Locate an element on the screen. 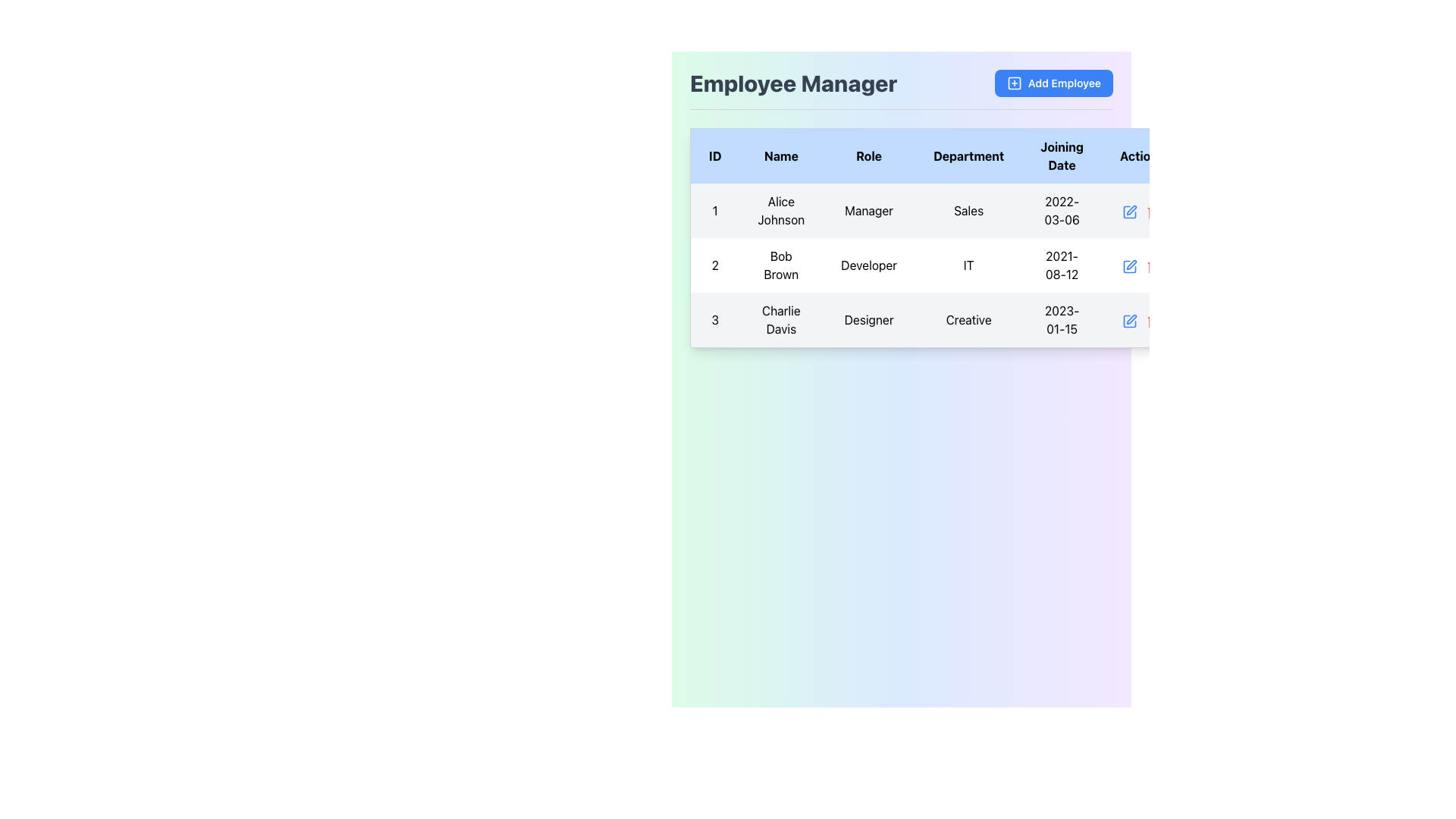  the text display element showing the name 'Alice Johnson' in black lettering, located in the second column of the first row under the 'Name' header is located at coordinates (781, 210).